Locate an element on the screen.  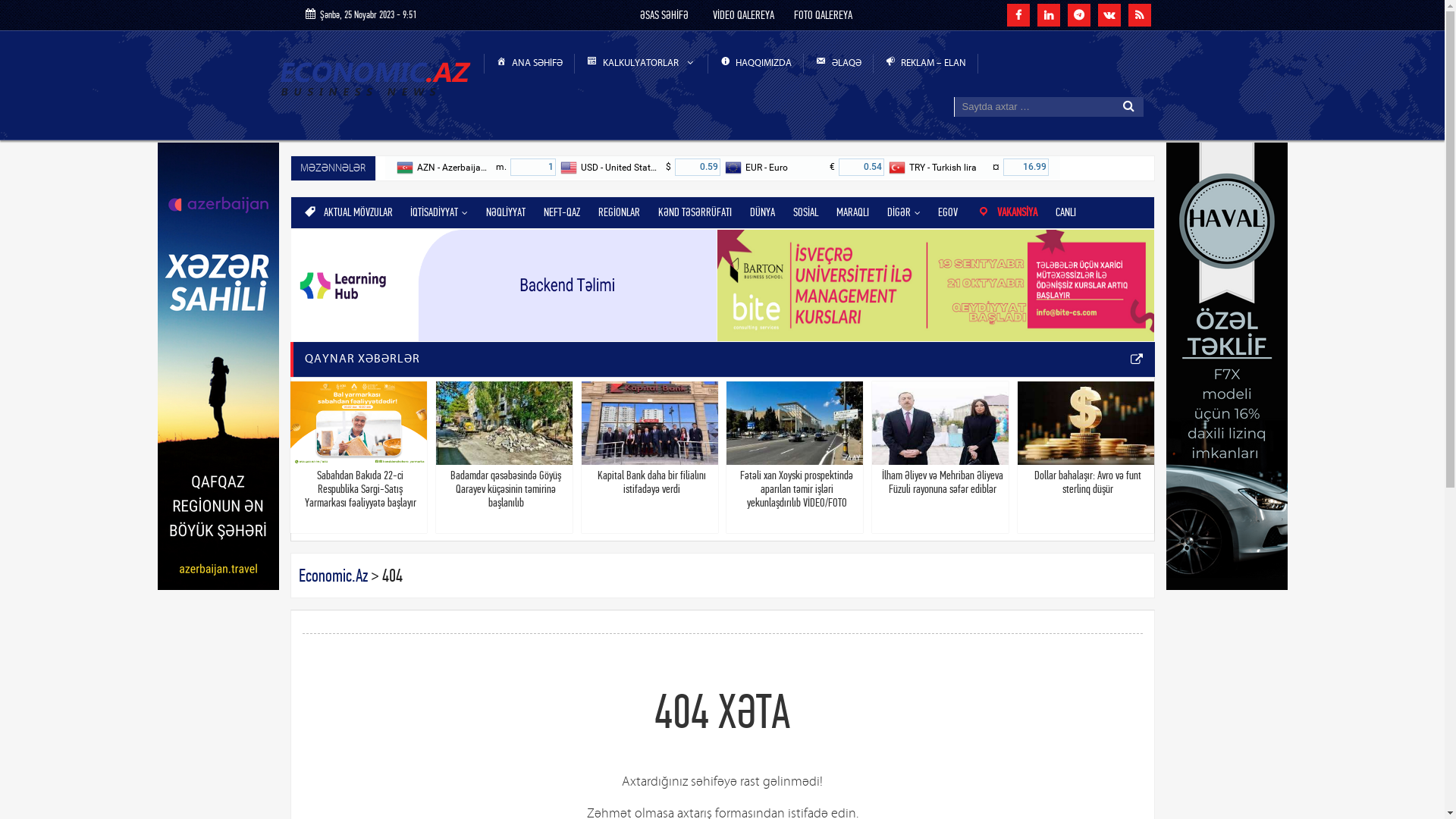
'Economic.Az' is located at coordinates (332, 576).